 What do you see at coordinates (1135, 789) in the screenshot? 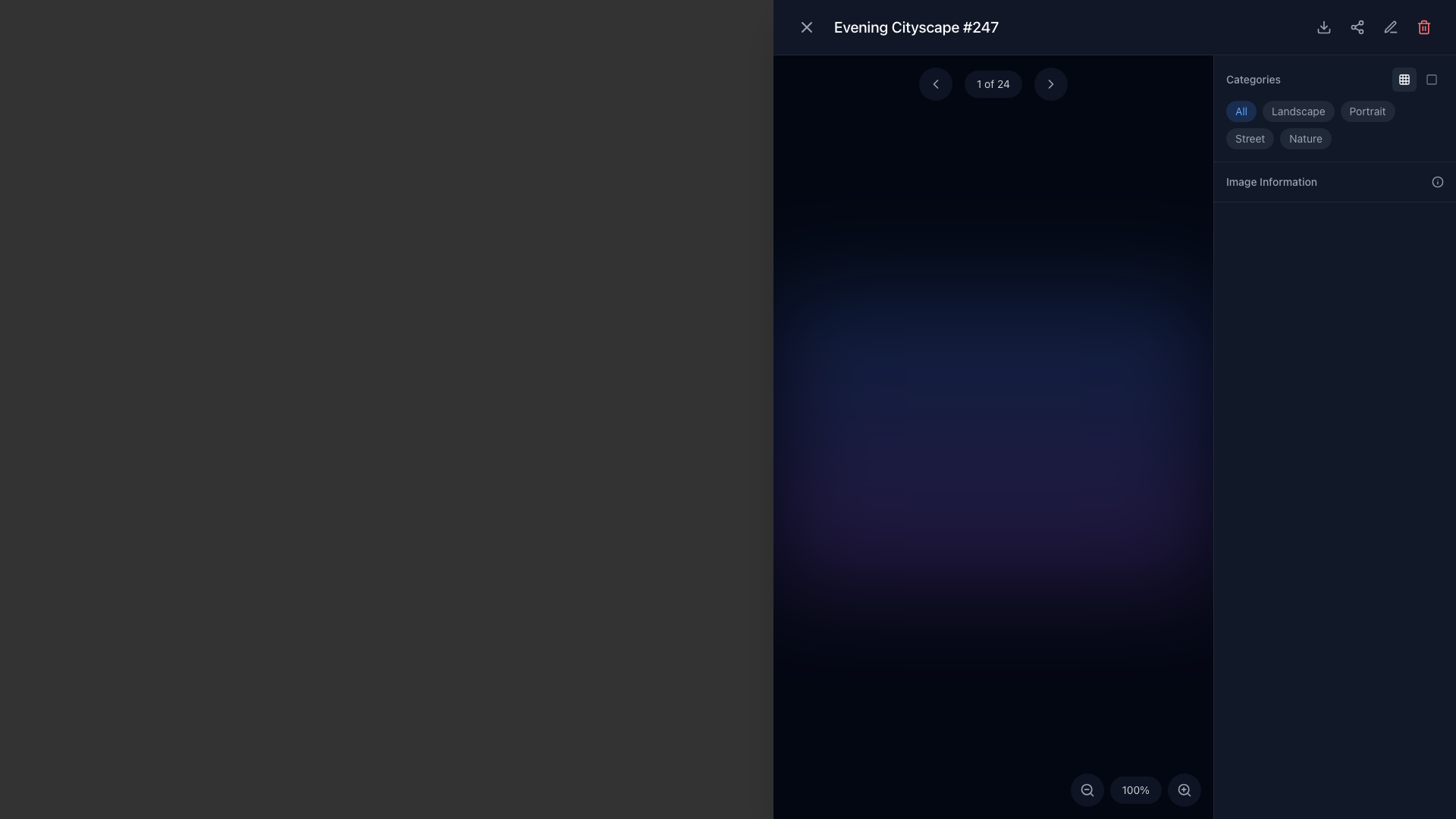
I see `the text display element that shows the current zoom level, located at the bottom-right corner of the interface, above the zoom controls and centrally positioned between two circular icons` at bounding box center [1135, 789].